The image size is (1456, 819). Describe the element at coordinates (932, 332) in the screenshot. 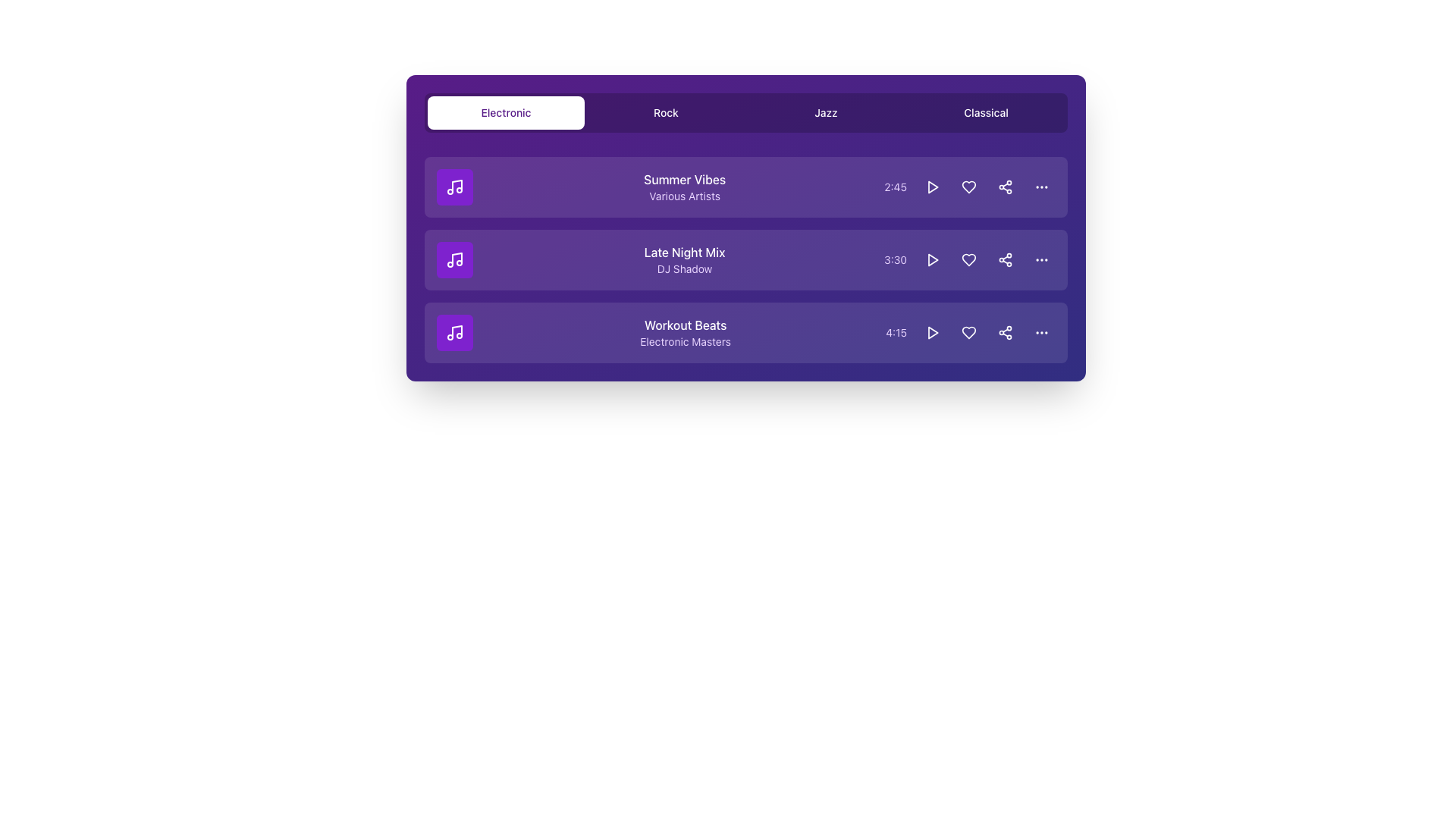

I see `the play button icon located on the right-hand side of the bottommost item in the music track list` at that location.